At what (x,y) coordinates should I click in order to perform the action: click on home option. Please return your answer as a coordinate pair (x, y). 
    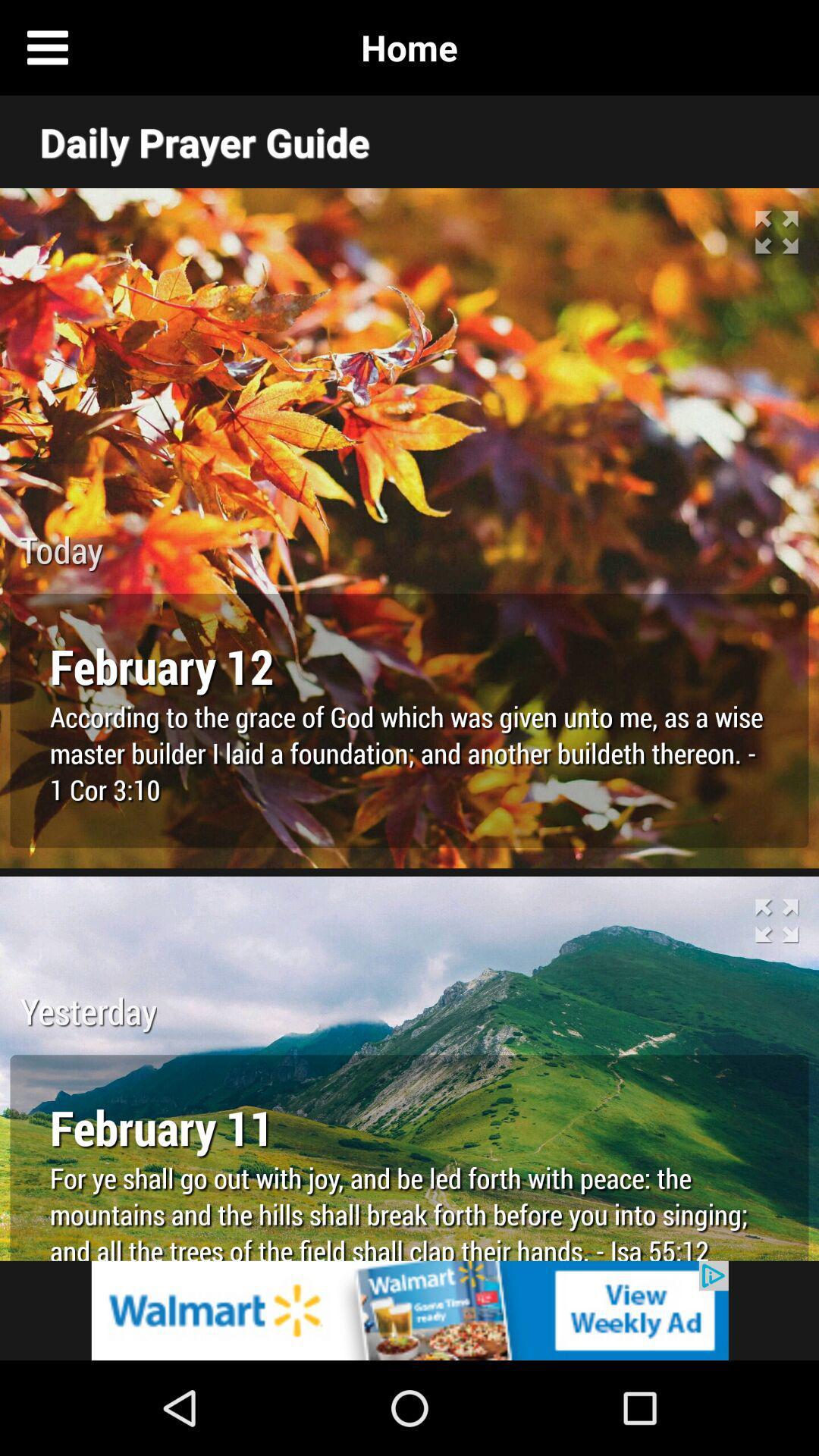
    Looking at the image, I should click on (771, 47).